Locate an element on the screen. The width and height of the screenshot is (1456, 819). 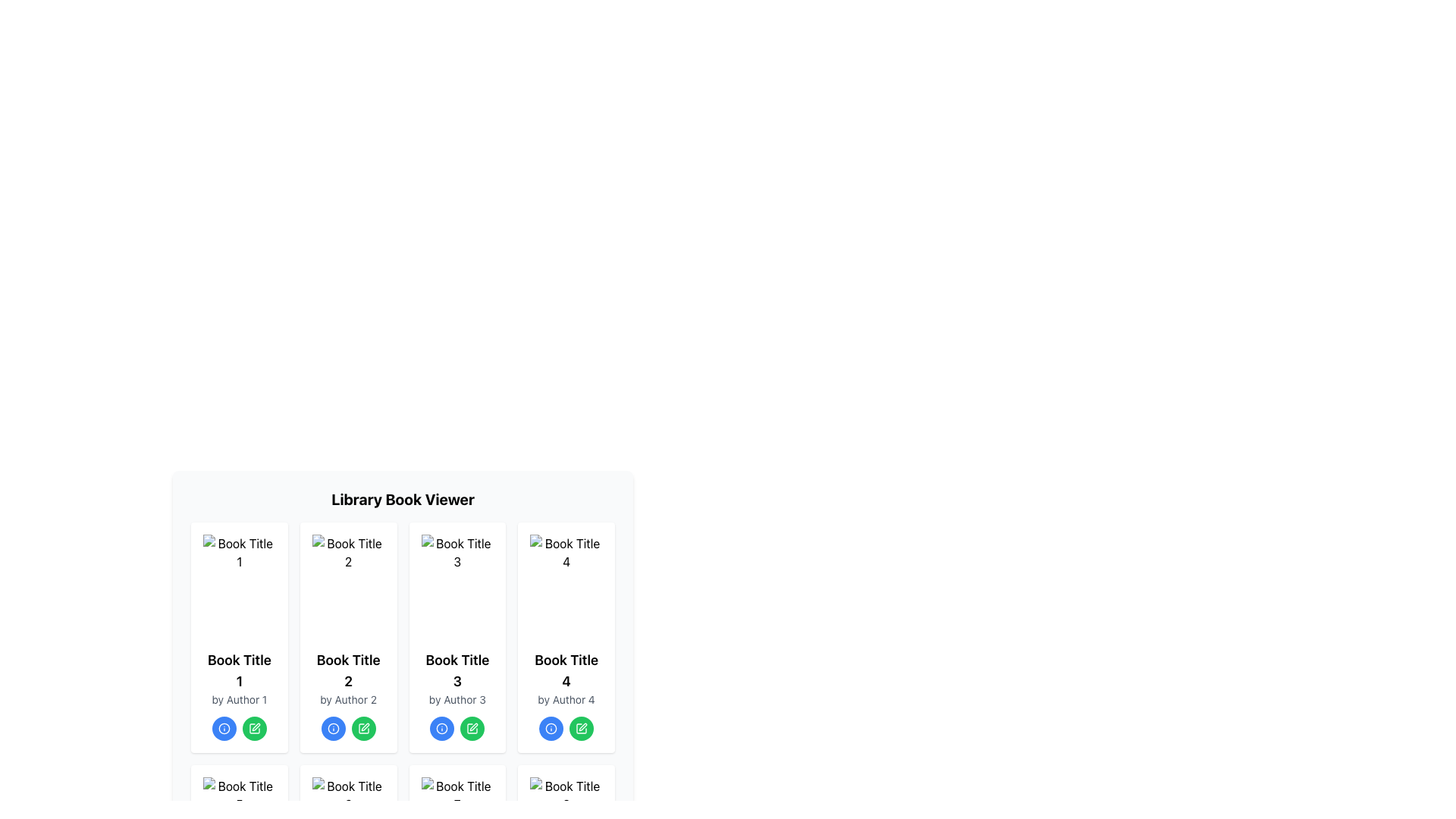
the information indicator icon located at the bottom center of the first book card in the grid layout is located at coordinates (223, 727).